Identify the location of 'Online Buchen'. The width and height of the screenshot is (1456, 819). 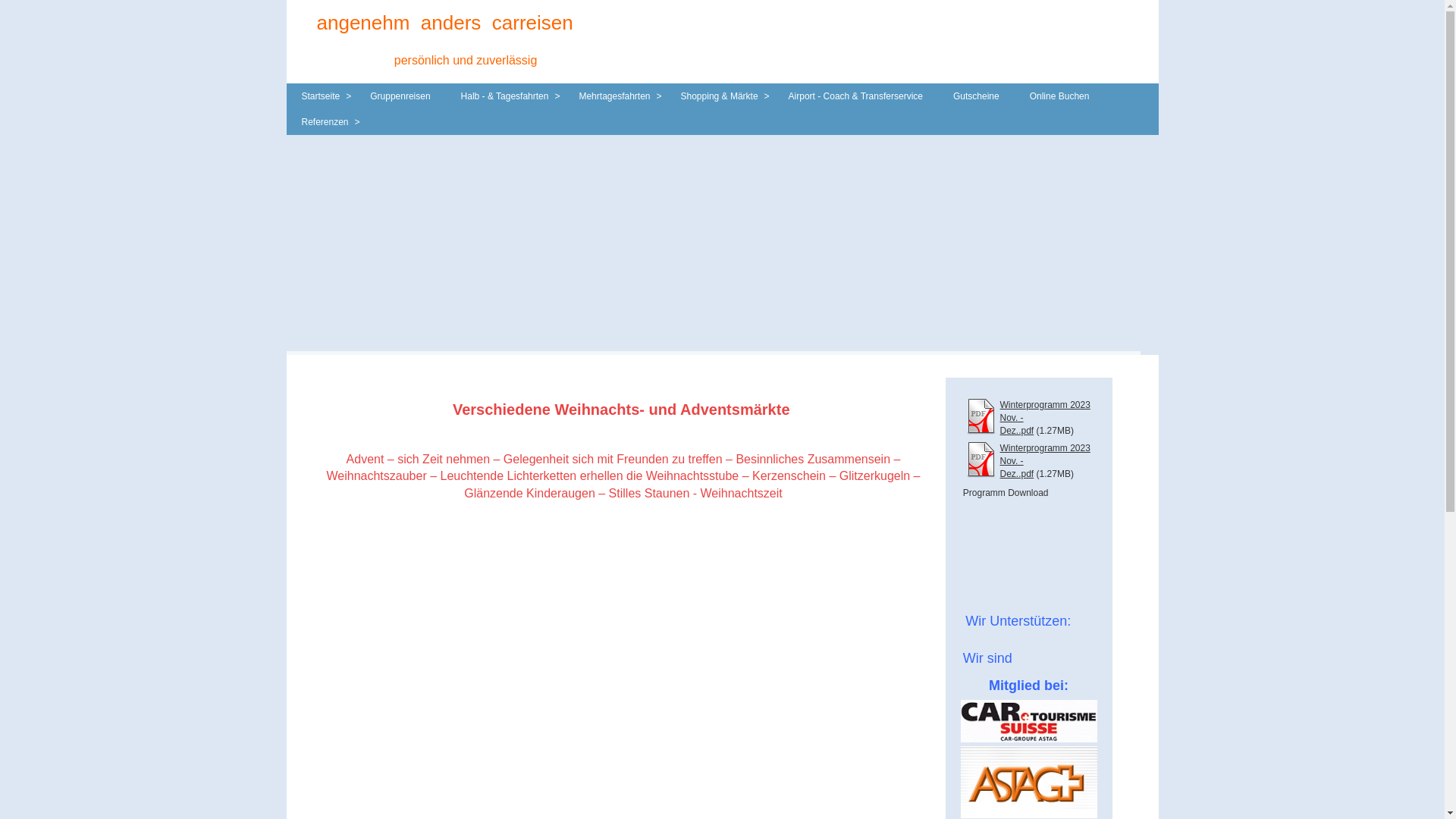
(1059, 96).